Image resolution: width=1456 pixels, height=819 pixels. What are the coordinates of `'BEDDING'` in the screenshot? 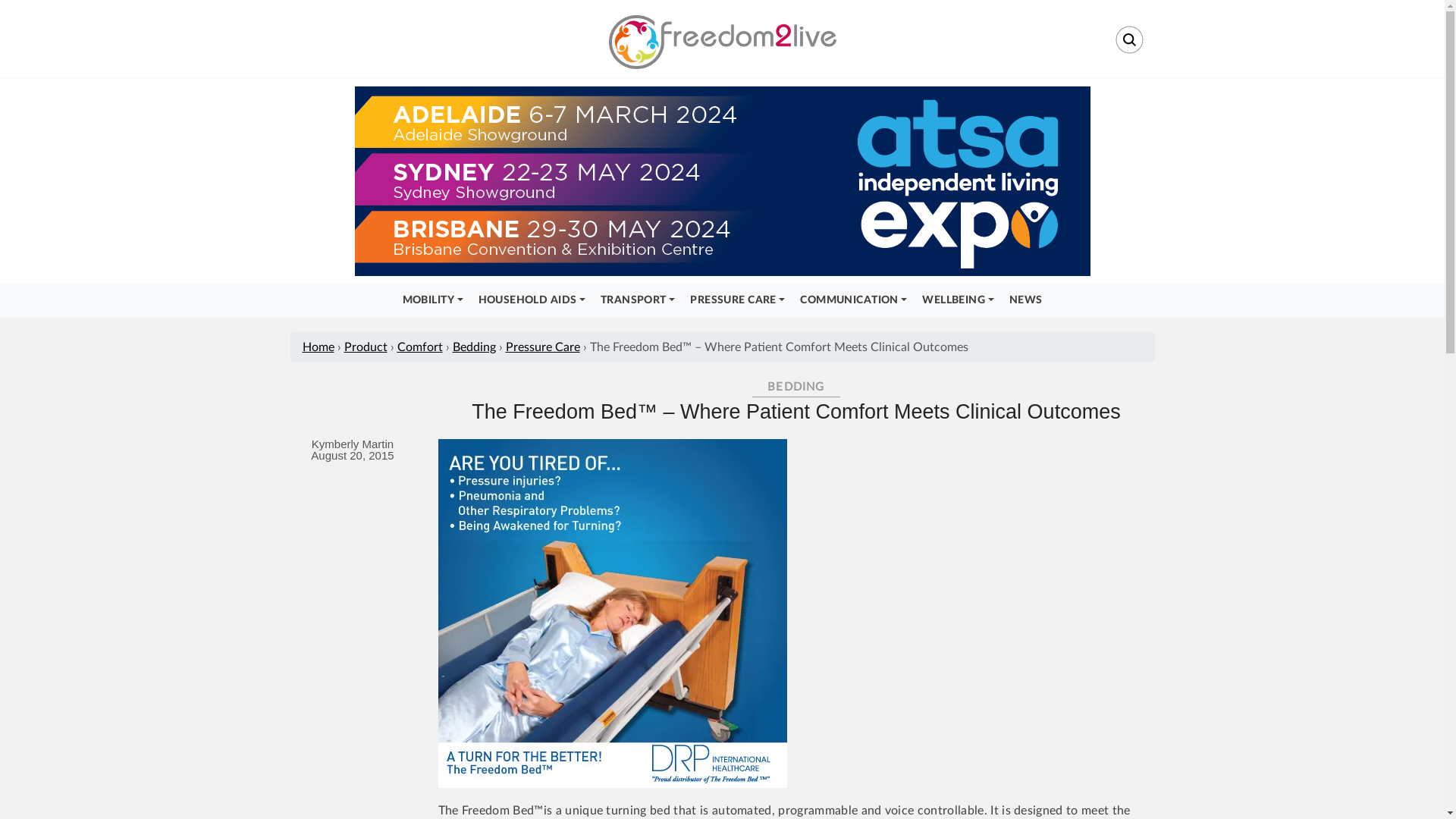 It's located at (752, 386).